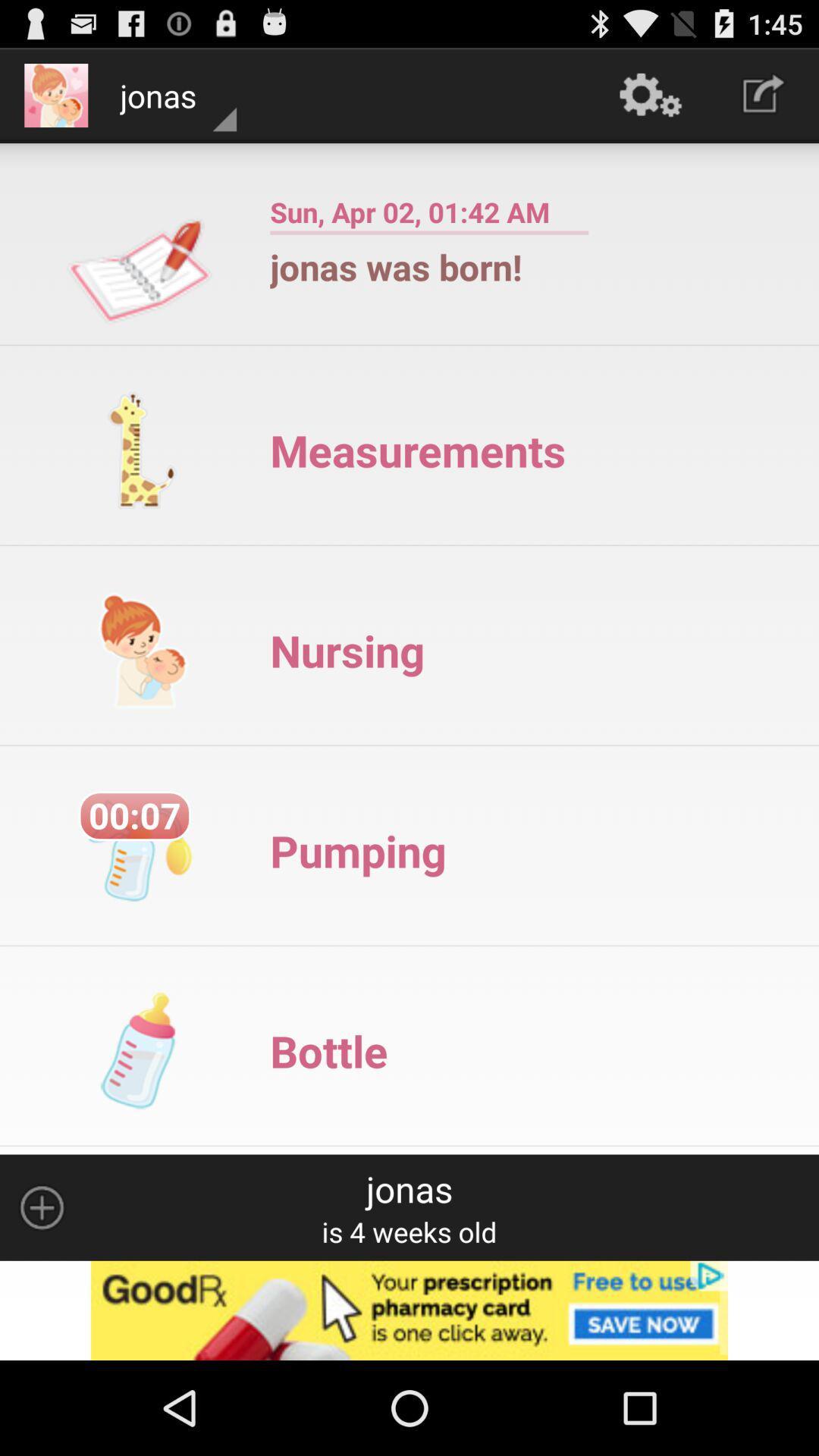 The image size is (819, 1456). I want to click on the add icon, so click(41, 1291).